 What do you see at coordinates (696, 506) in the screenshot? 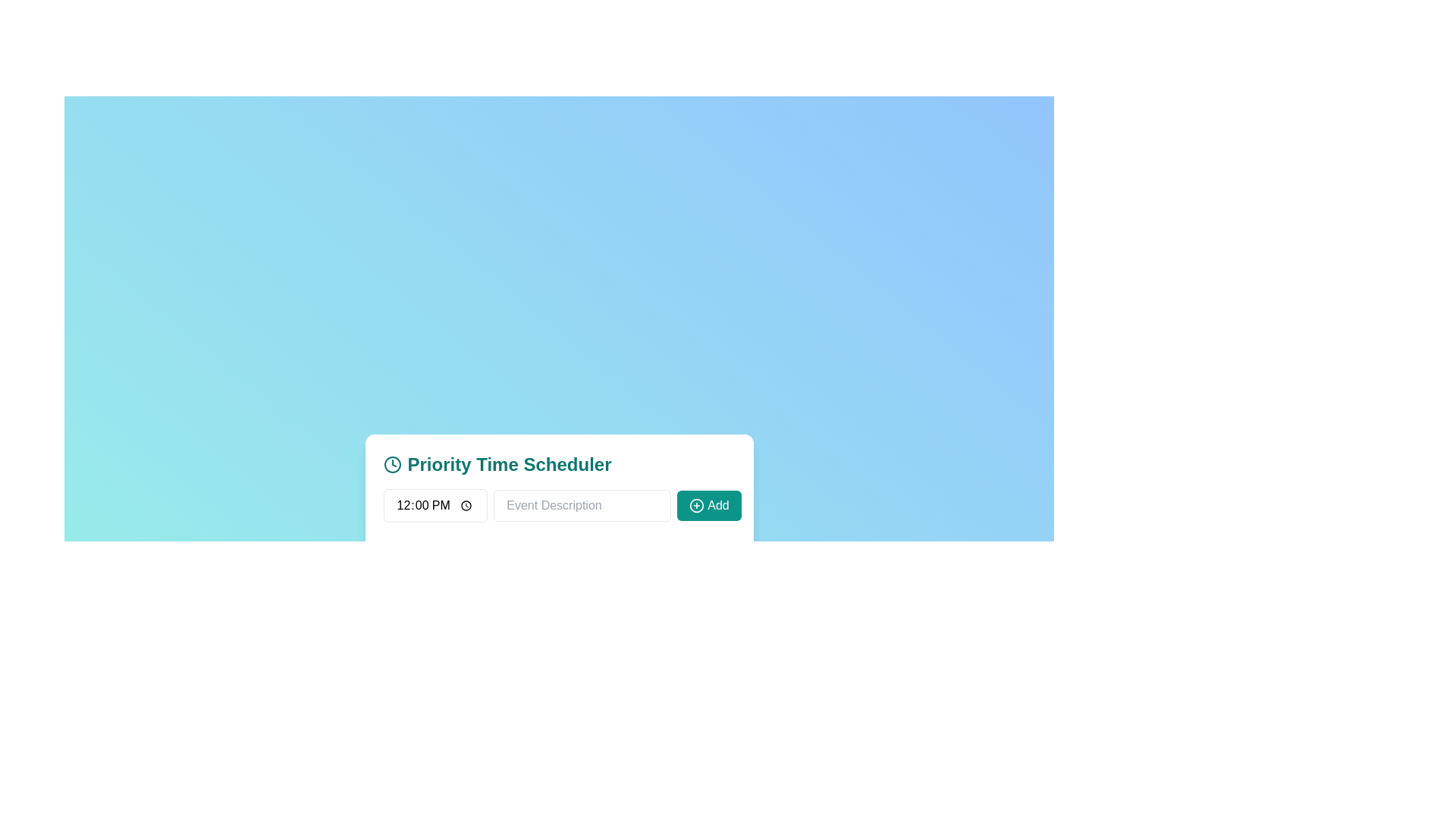
I see `the circular icon representing the addition functionality within the 'Add' button` at bounding box center [696, 506].